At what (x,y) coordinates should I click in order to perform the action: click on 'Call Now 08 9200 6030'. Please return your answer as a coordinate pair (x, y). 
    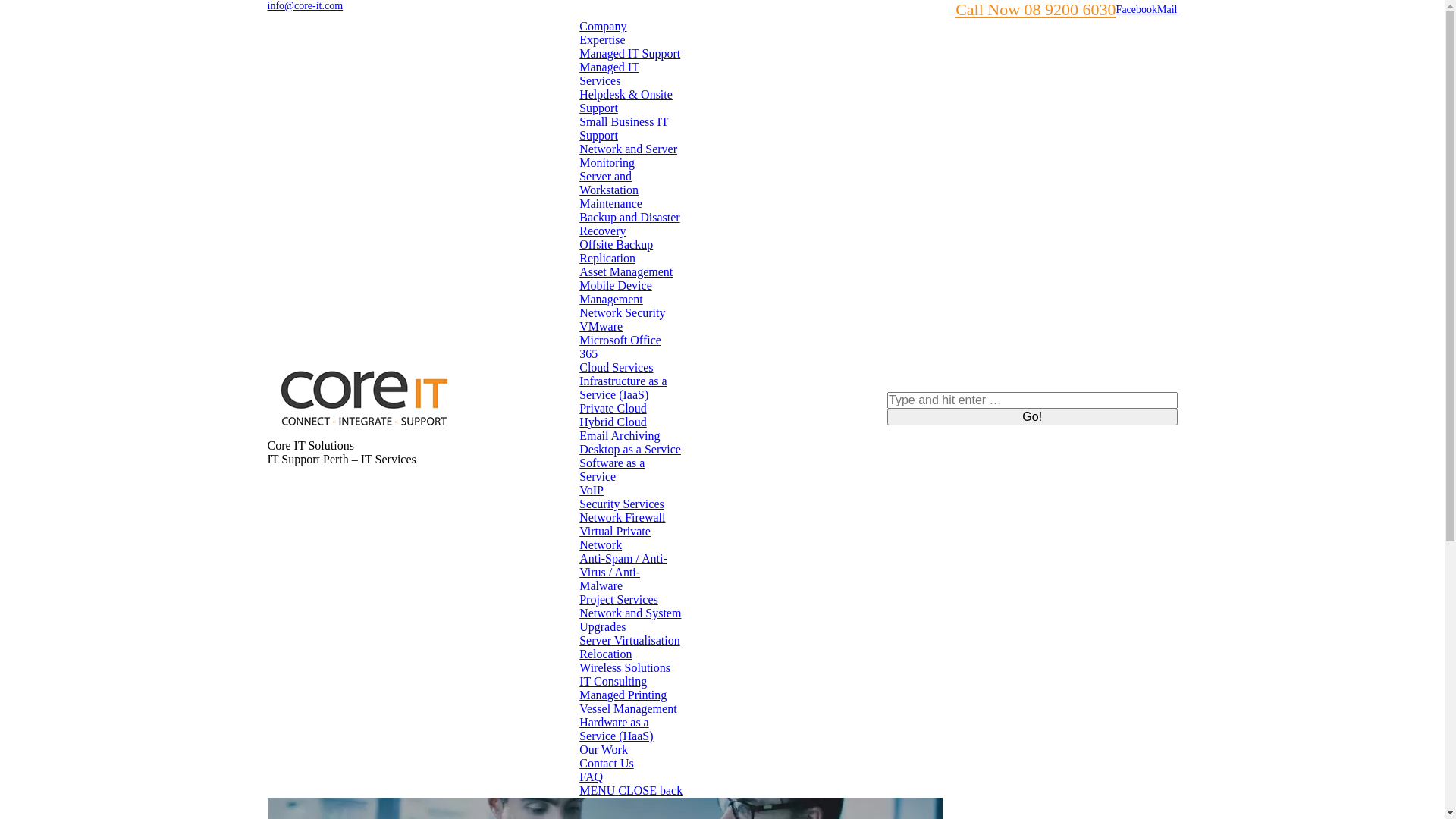
    Looking at the image, I should click on (1034, 9).